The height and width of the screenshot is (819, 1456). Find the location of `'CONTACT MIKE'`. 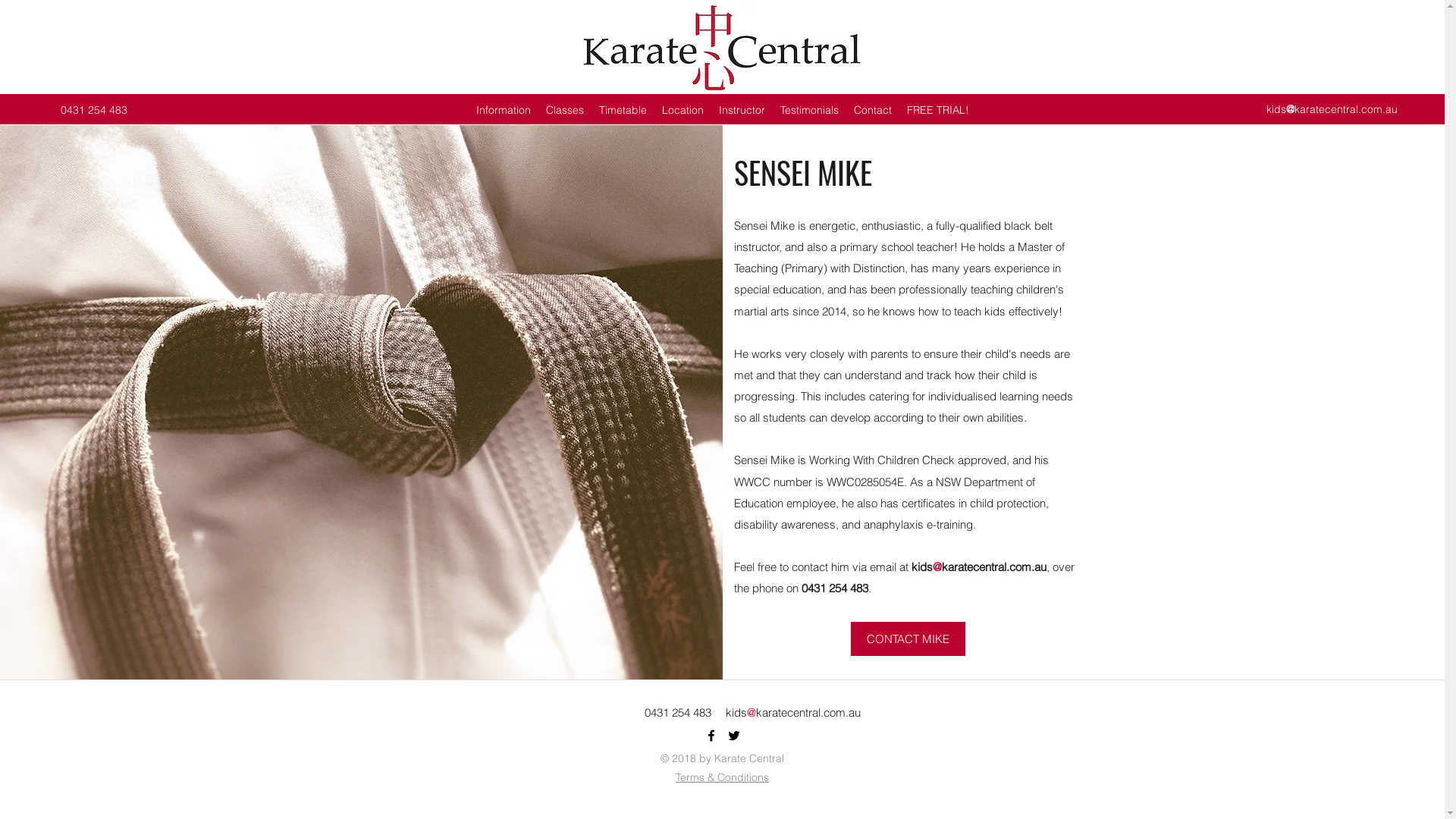

'CONTACT MIKE' is located at coordinates (908, 639).